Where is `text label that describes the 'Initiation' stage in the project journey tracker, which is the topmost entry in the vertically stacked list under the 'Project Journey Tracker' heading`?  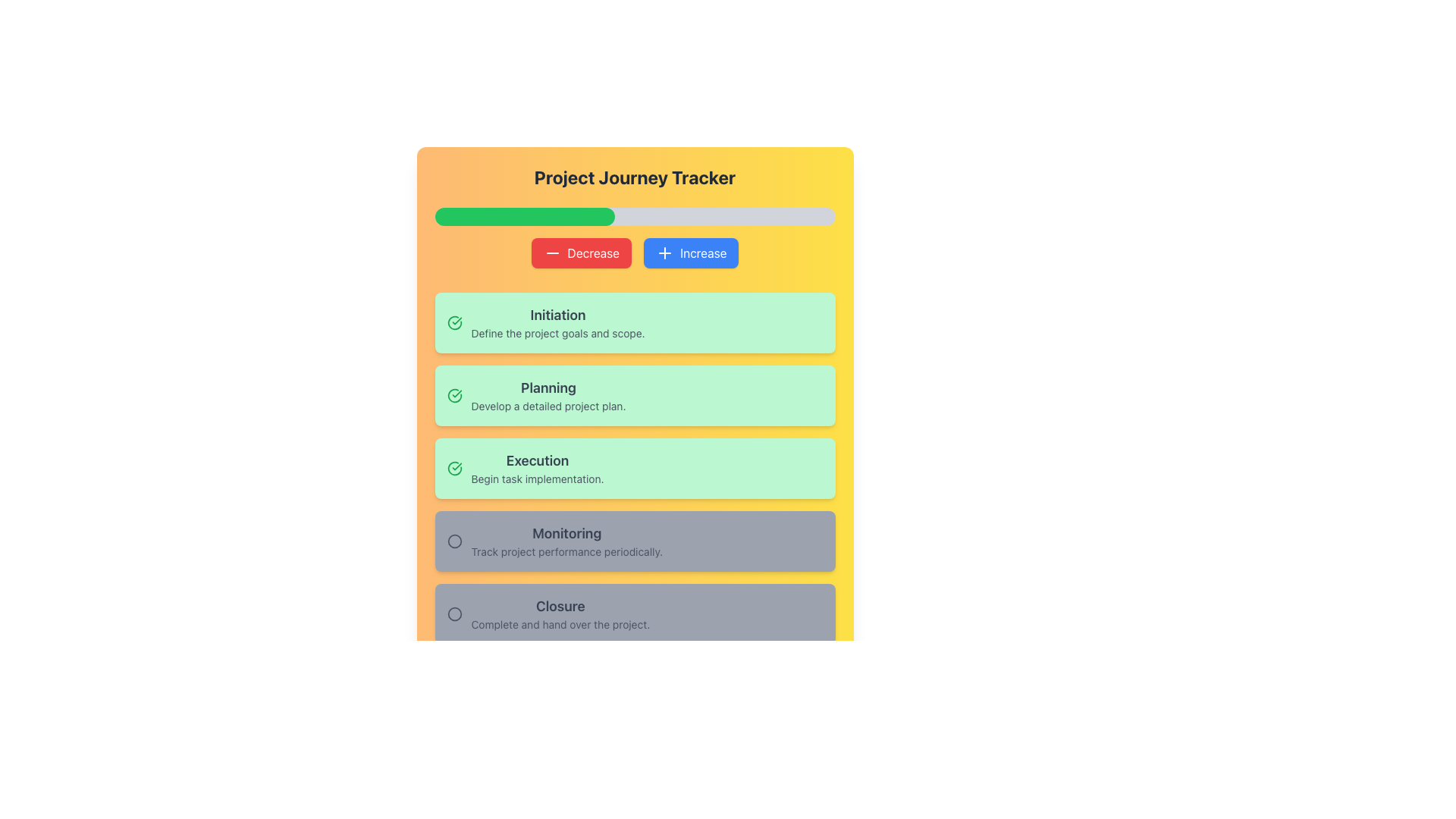 text label that describes the 'Initiation' stage in the project journey tracker, which is the topmost entry in the vertically stacked list under the 'Project Journey Tracker' heading is located at coordinates (557, 322).